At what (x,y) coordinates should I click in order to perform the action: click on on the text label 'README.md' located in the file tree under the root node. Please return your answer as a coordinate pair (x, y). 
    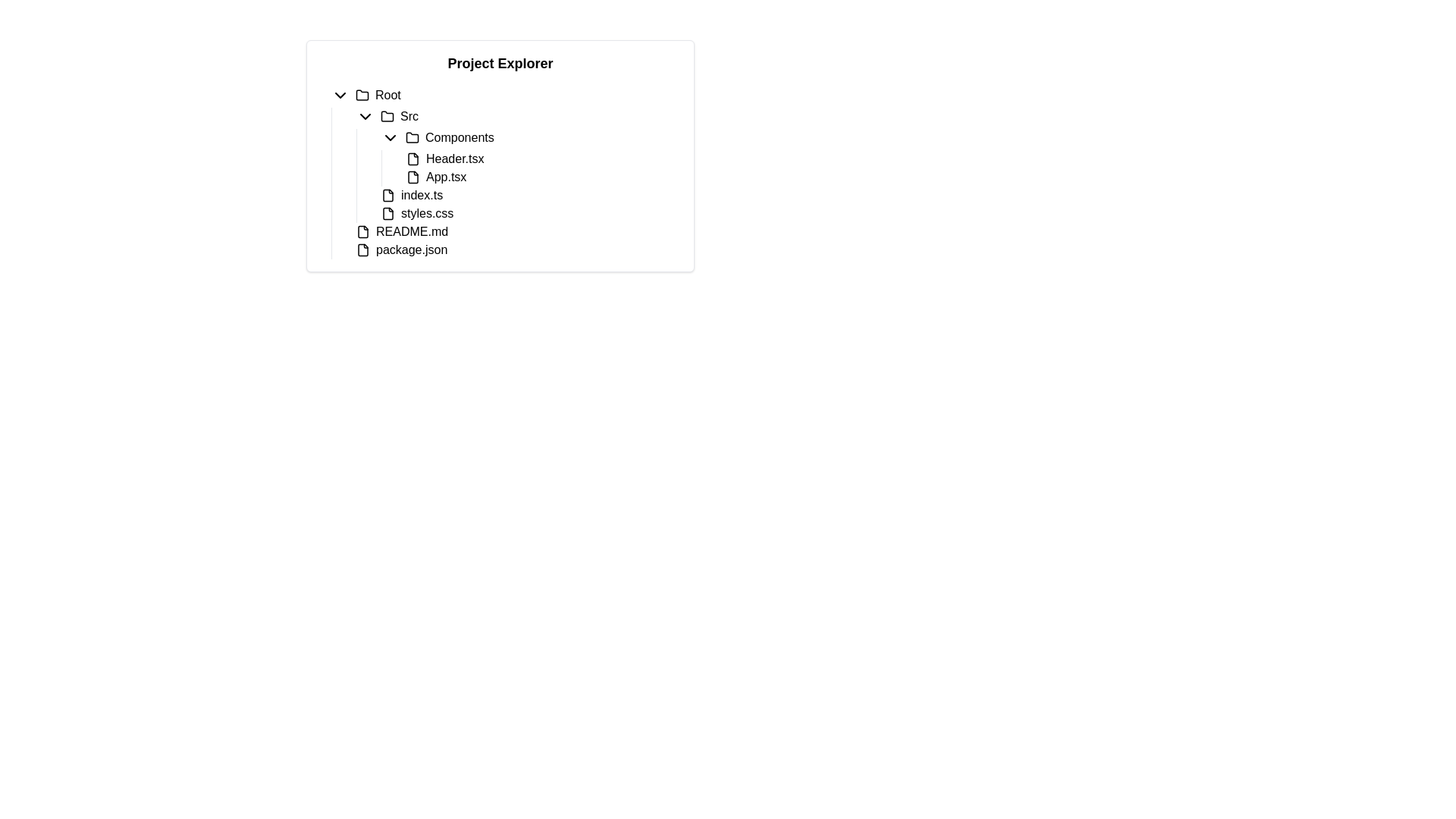
    Looking at the image, I should click on (412, 231).